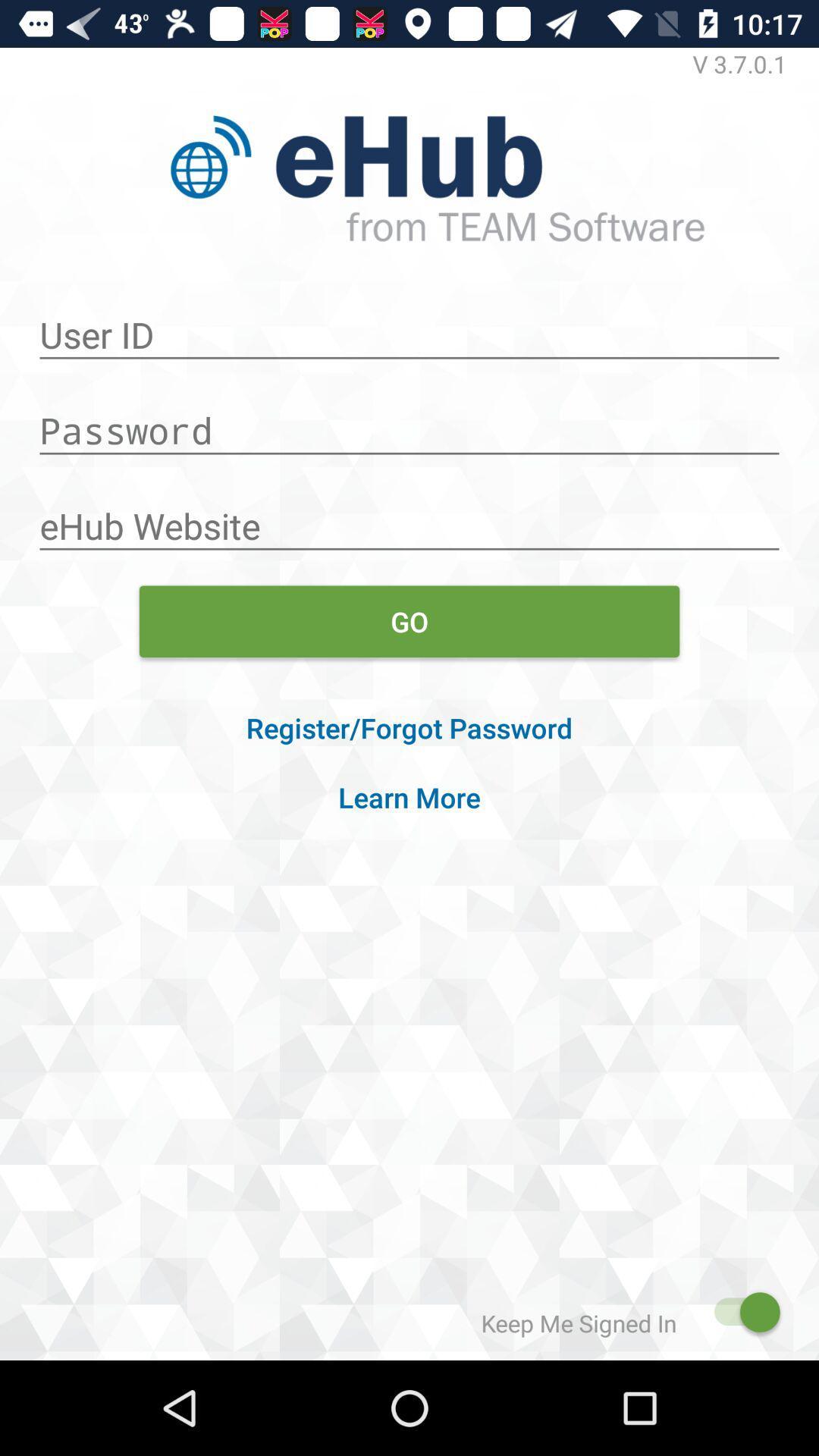 The width and height of the screenshot is (819, 1456). What do you see at coordinates (409, 422) in the screenshot?
I see `password` at bounding box center [409, 422].